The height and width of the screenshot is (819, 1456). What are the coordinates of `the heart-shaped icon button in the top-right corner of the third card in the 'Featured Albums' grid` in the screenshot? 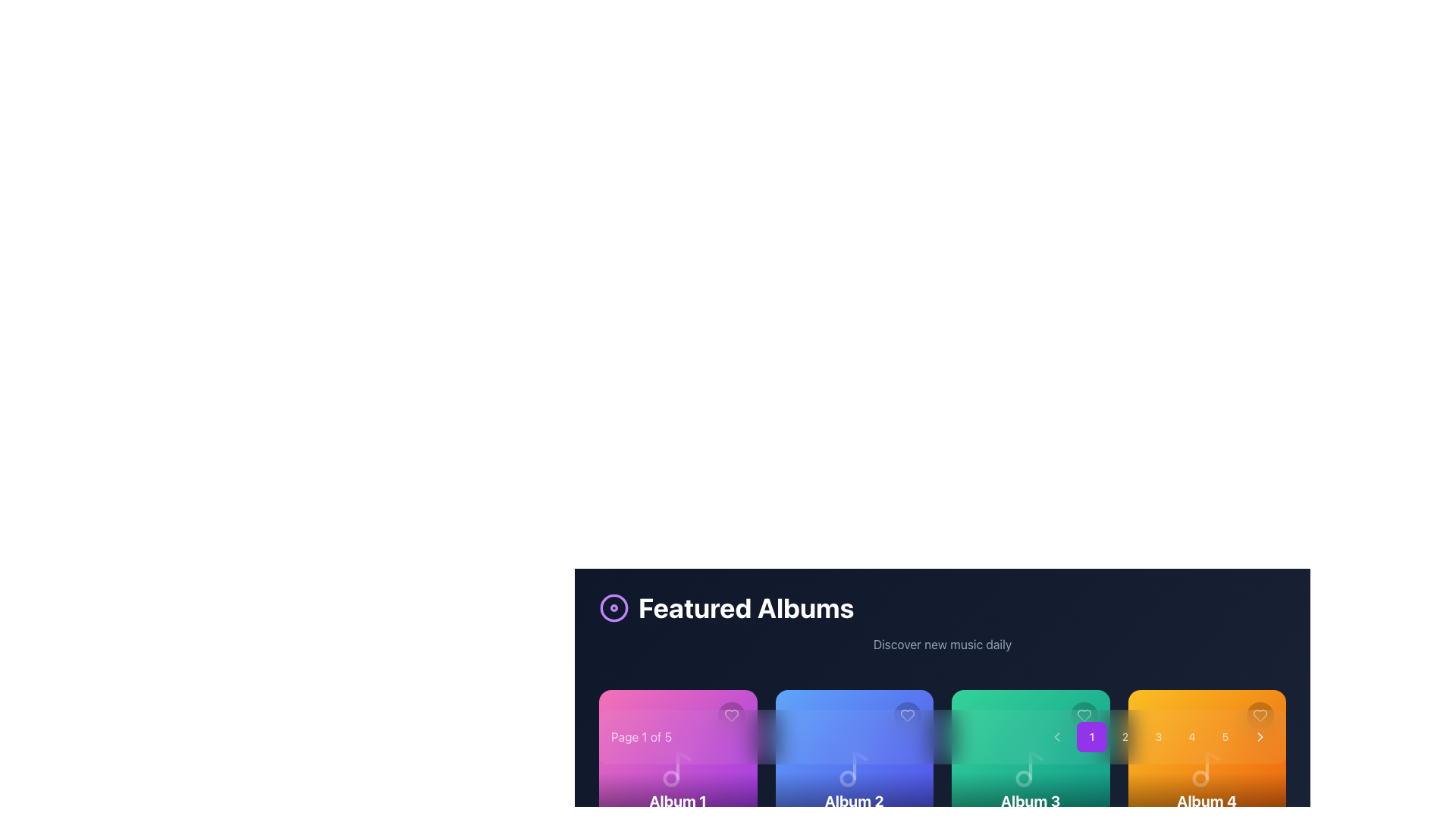 It's located at (1083, 716).